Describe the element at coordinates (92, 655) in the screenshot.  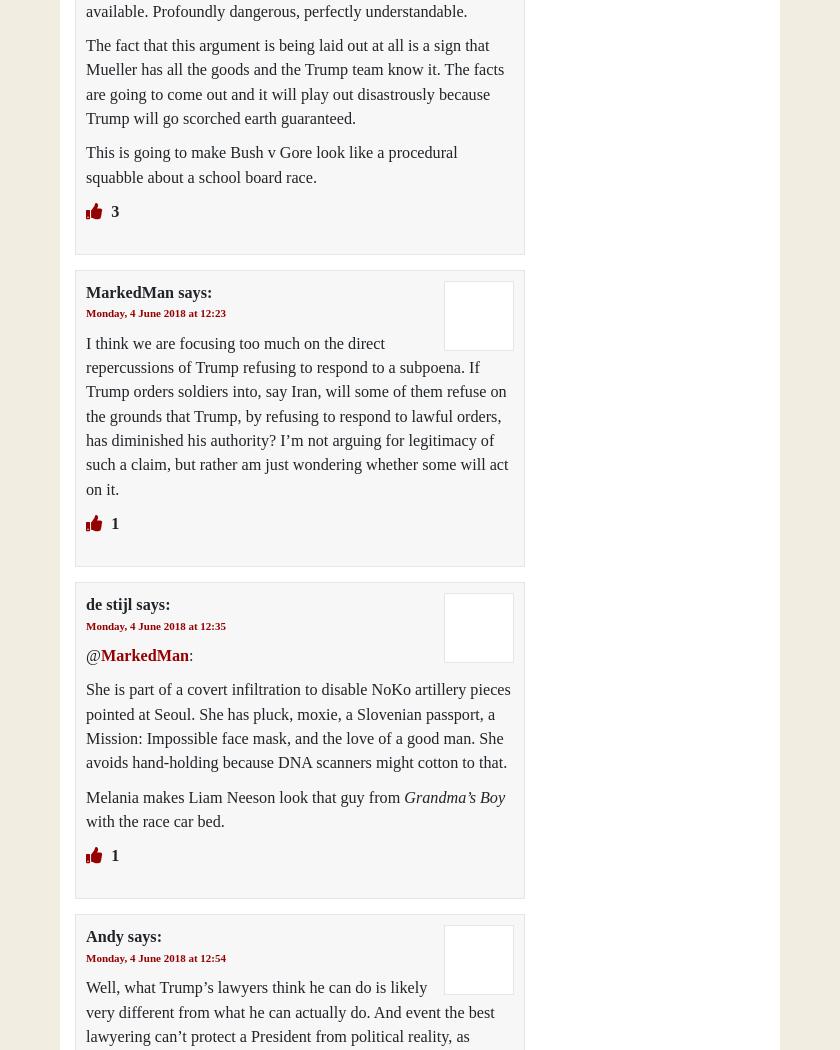
I see `'@'` at that location.